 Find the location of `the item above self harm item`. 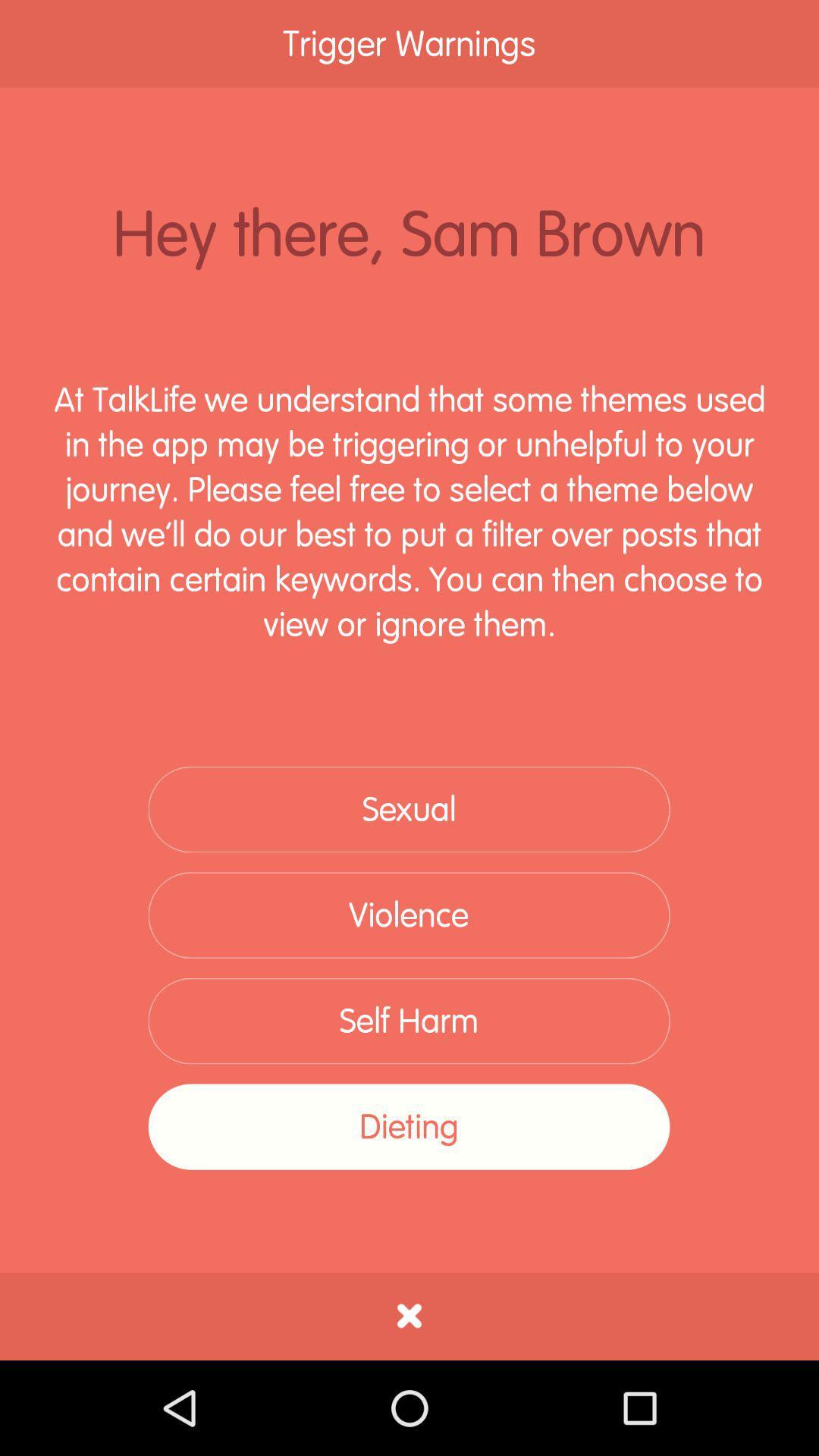

the item above self harm item is located at coordinates (408, 915).